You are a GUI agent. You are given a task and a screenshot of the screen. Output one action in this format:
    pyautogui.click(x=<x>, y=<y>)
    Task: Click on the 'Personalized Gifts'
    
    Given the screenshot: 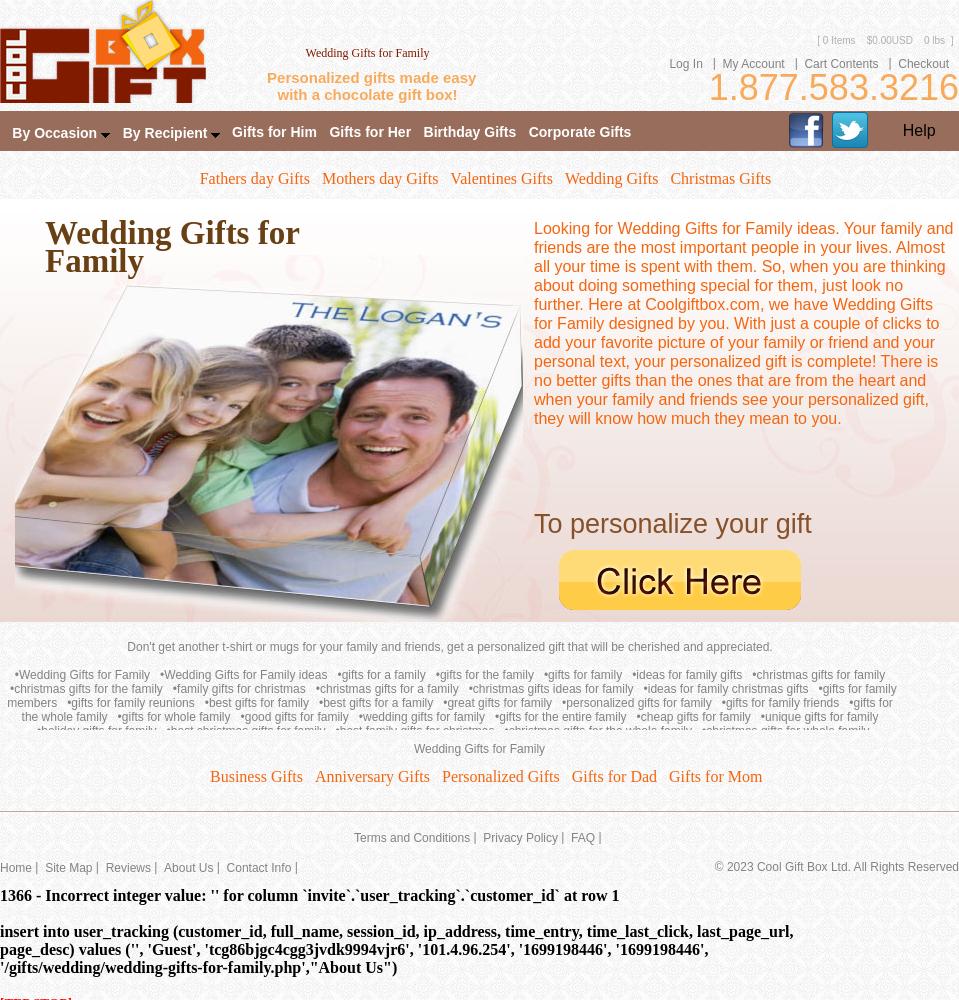 What is the action you would take?
    pyautogui.click(x=500, y=776)
    